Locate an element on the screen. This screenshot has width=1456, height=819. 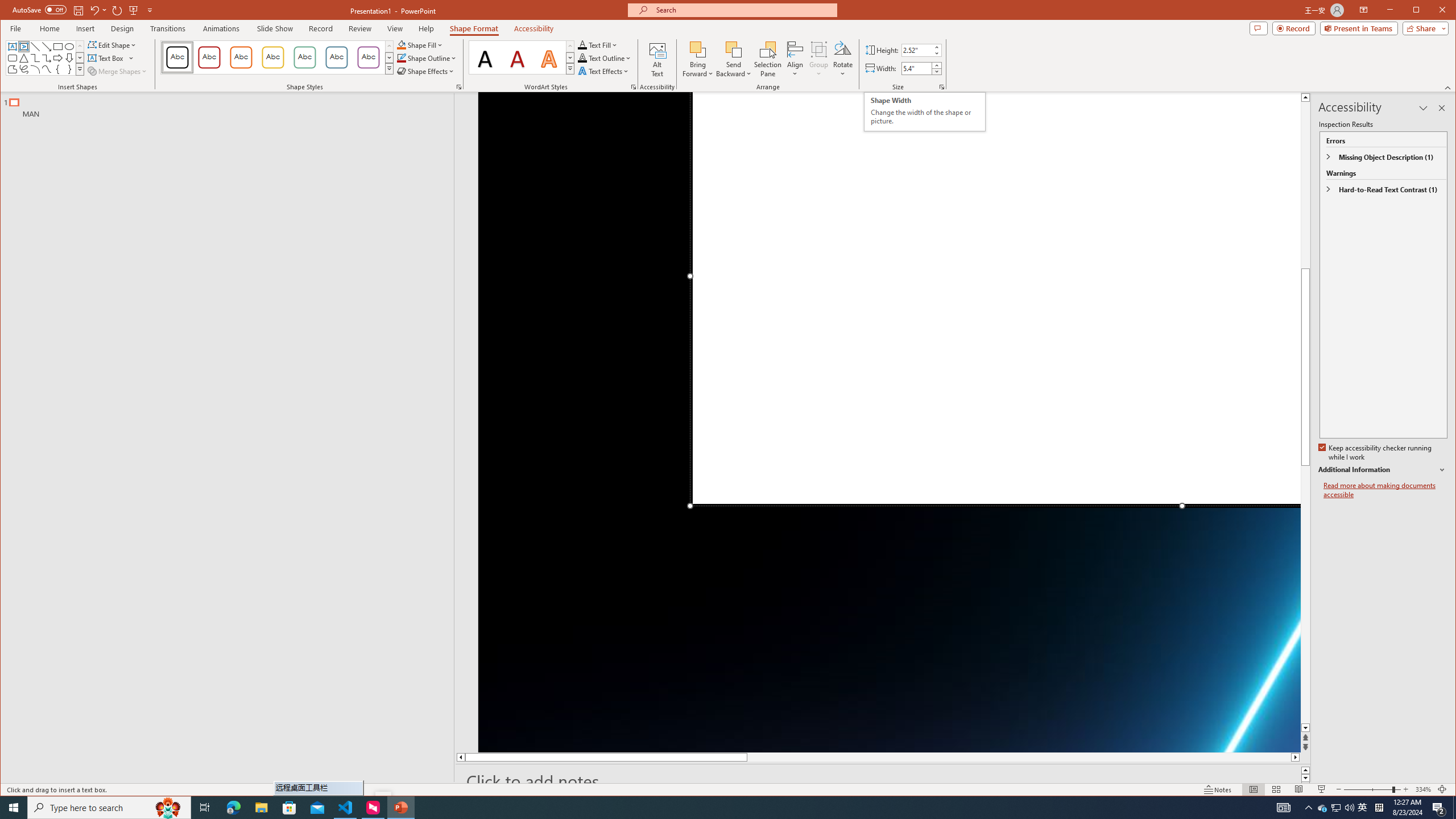
'Text Outline' is located at coordinates (605, 58).